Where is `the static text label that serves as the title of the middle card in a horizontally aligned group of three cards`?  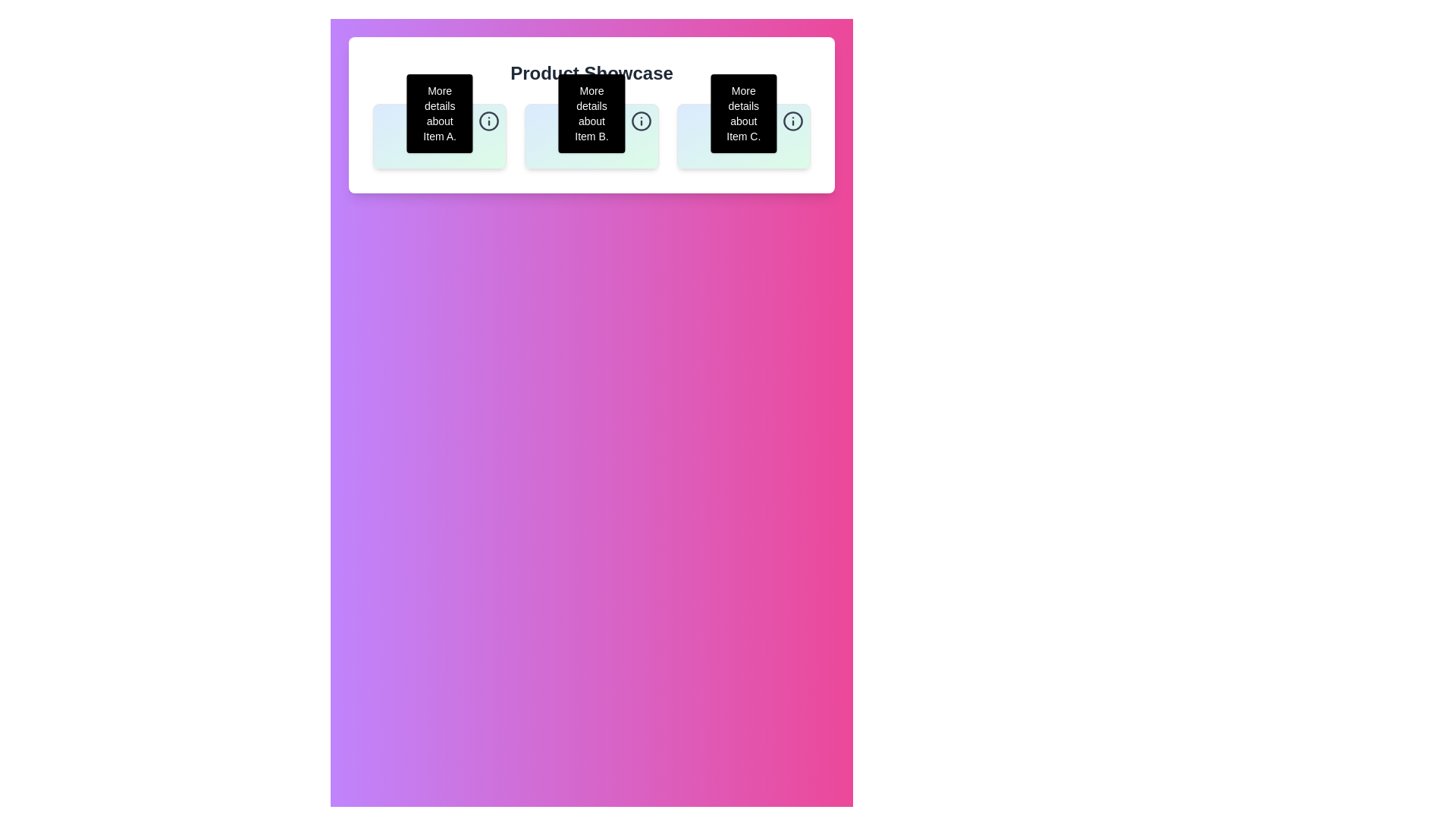 the static text label that serves as the title of the middle card in a horizontally aligned group of three cards is located at coordinates (591, 133).